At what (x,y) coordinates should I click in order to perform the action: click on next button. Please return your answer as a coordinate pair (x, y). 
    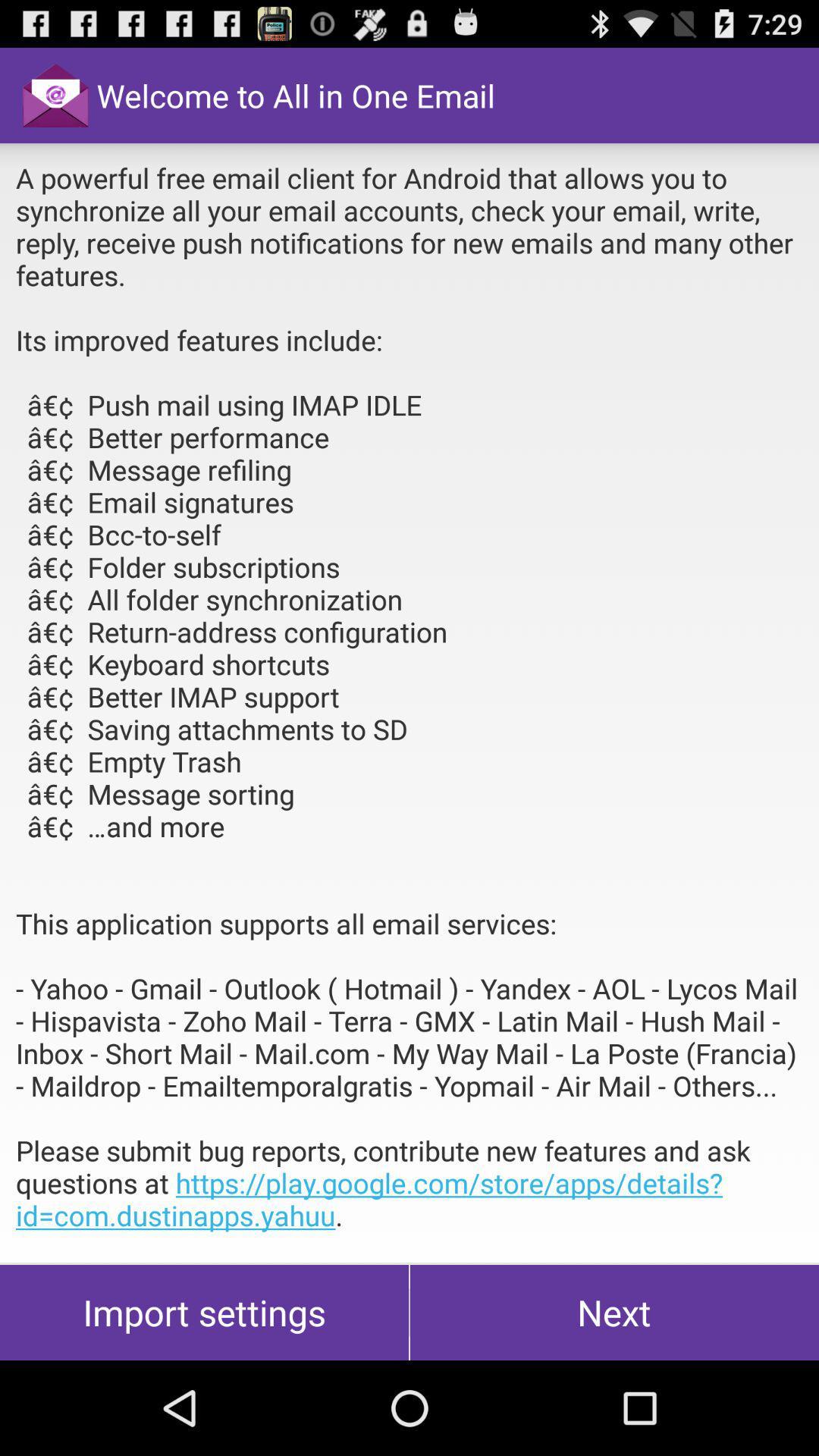
    Looking at the image, I should click on (614, 1312).